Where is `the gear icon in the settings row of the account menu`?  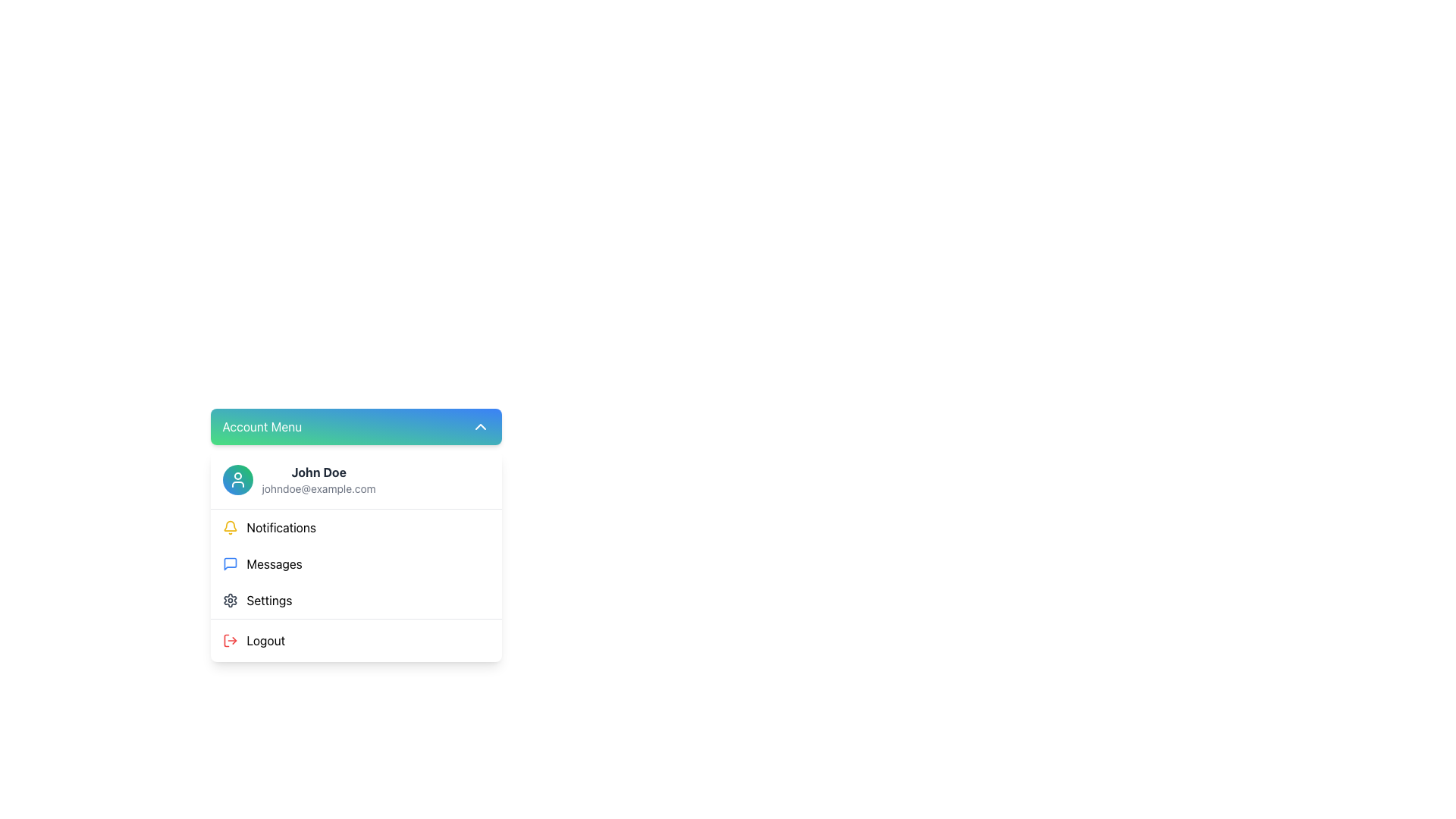
the gear icon in the settings row of the account menu is located at coordinates (229, 599).